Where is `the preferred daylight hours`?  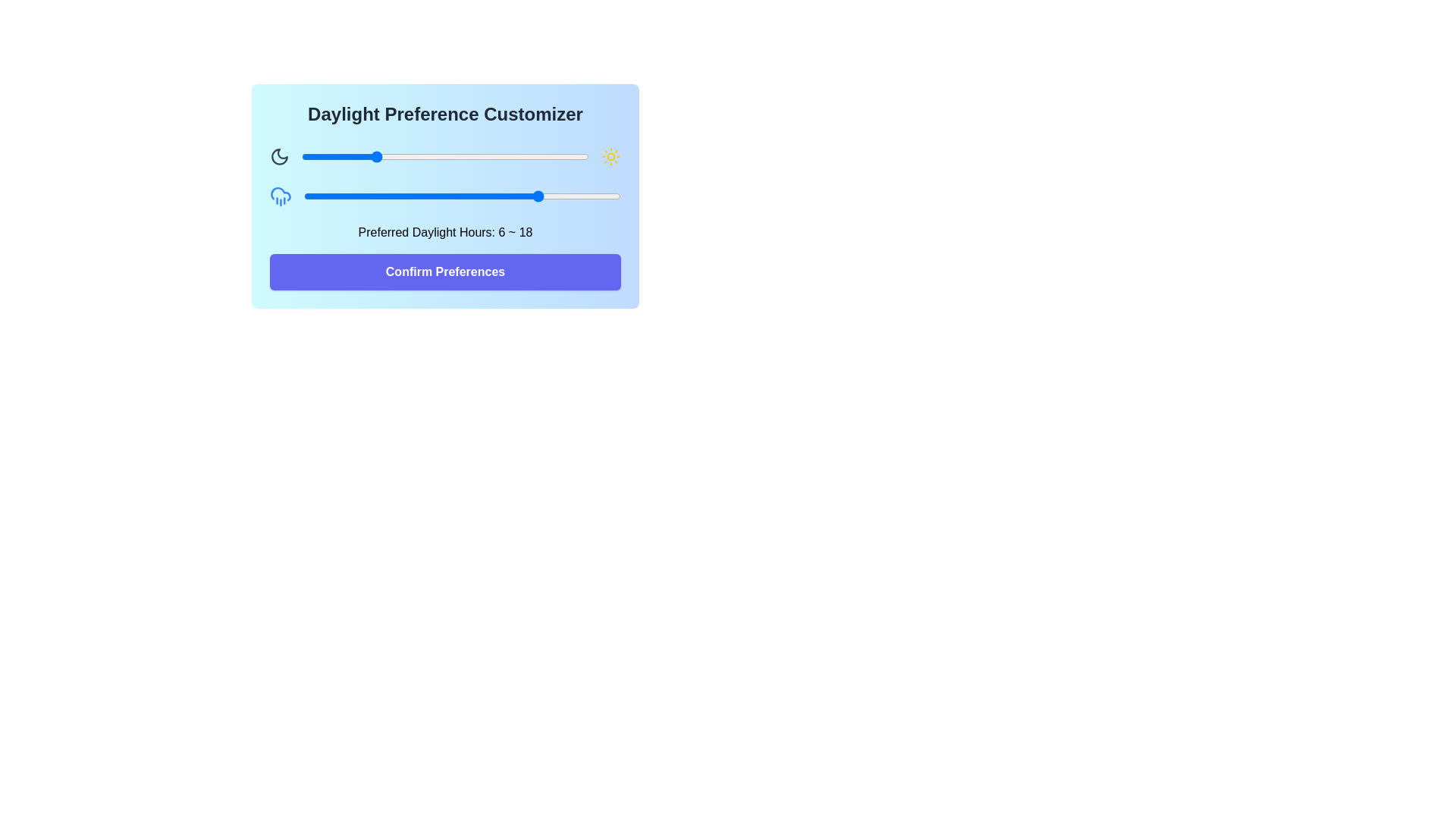 the preferred daylight hours is located at coordinates (316, 195).